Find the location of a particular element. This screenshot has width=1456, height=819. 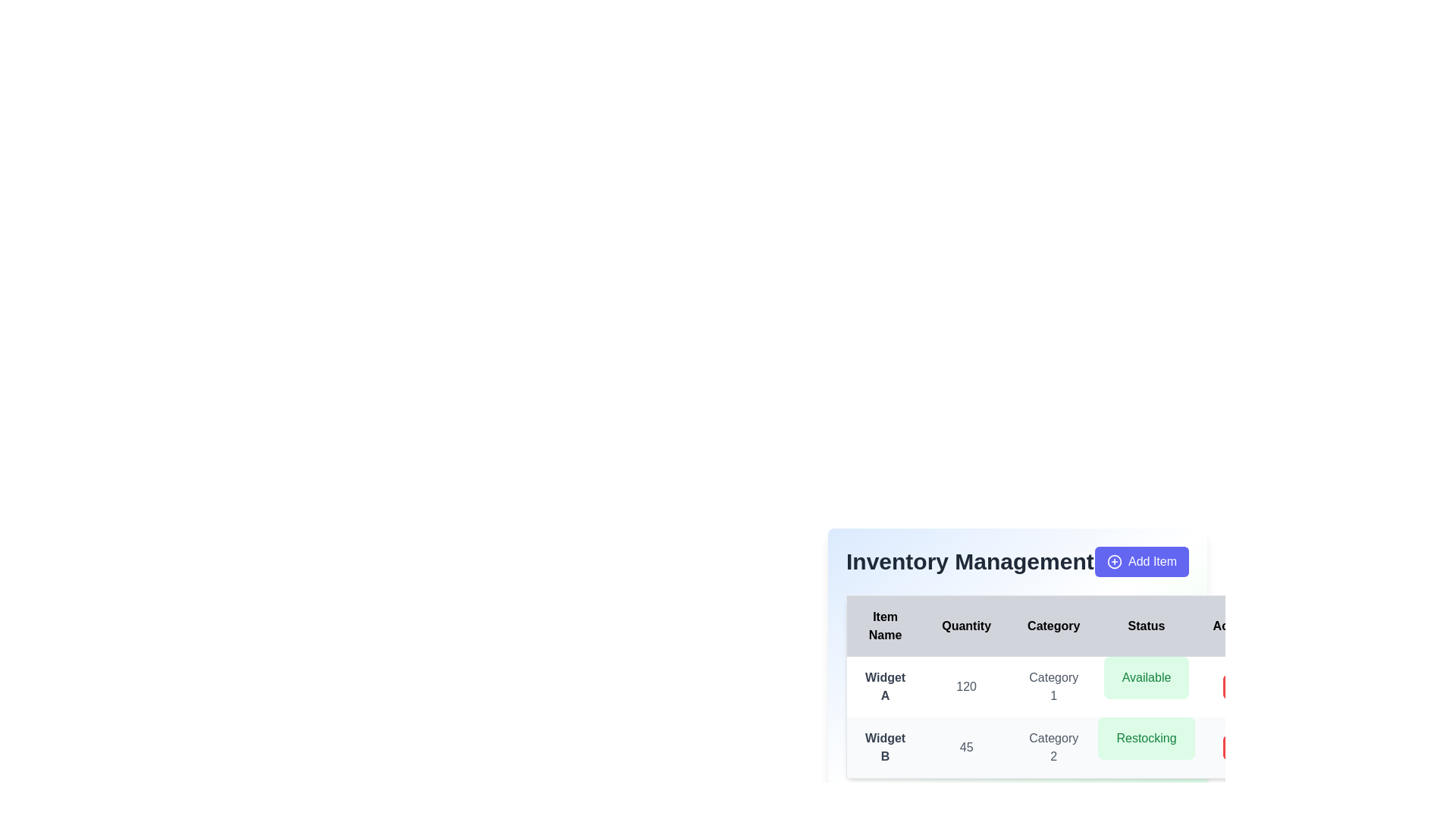

the 'Category 2' text label in the third column of the second row of the table indicating 'Widget B' is located at coordinates (1053, 747).